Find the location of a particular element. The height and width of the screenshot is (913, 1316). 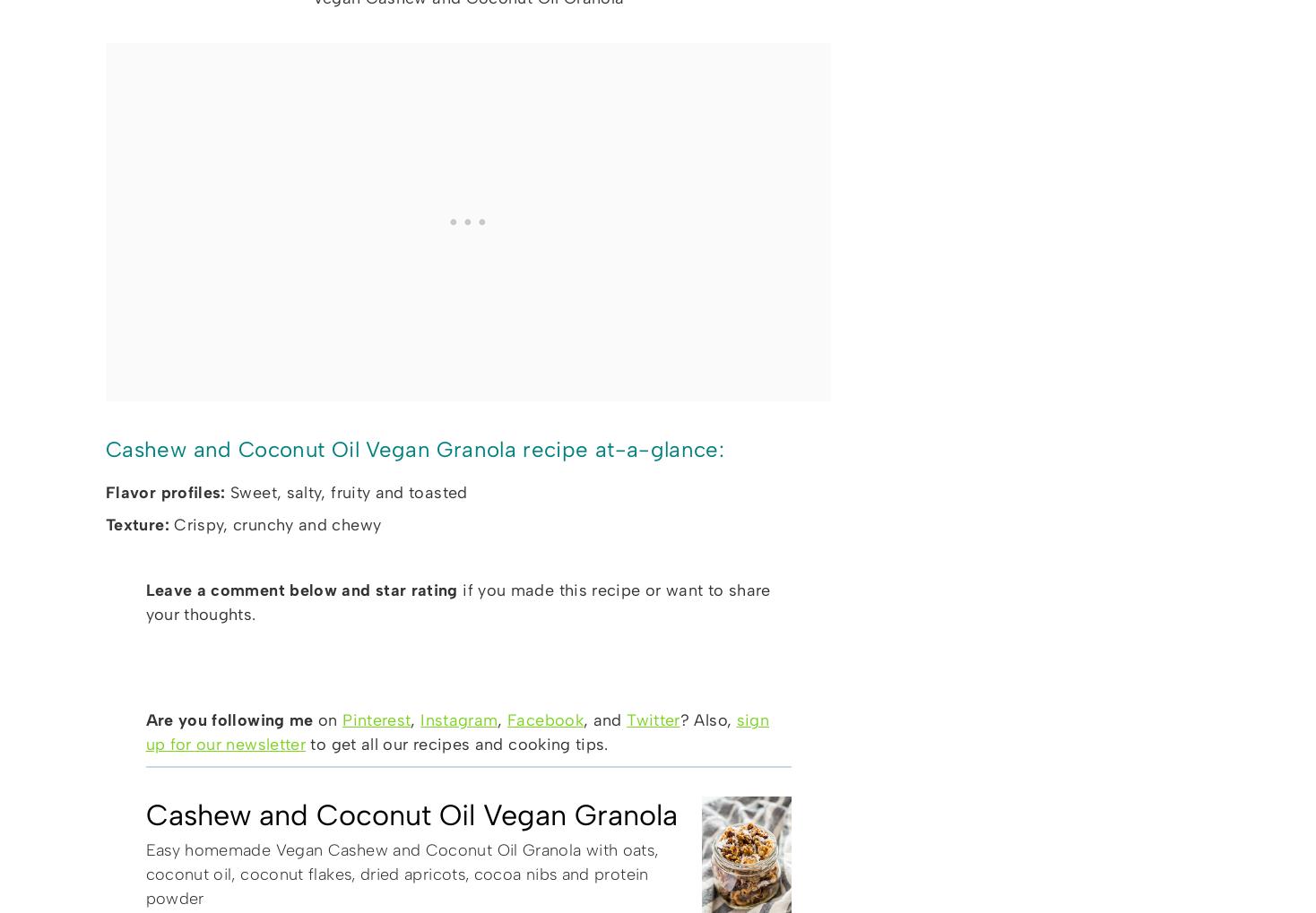

'Are you following me' is located at coordinates (230, 719).